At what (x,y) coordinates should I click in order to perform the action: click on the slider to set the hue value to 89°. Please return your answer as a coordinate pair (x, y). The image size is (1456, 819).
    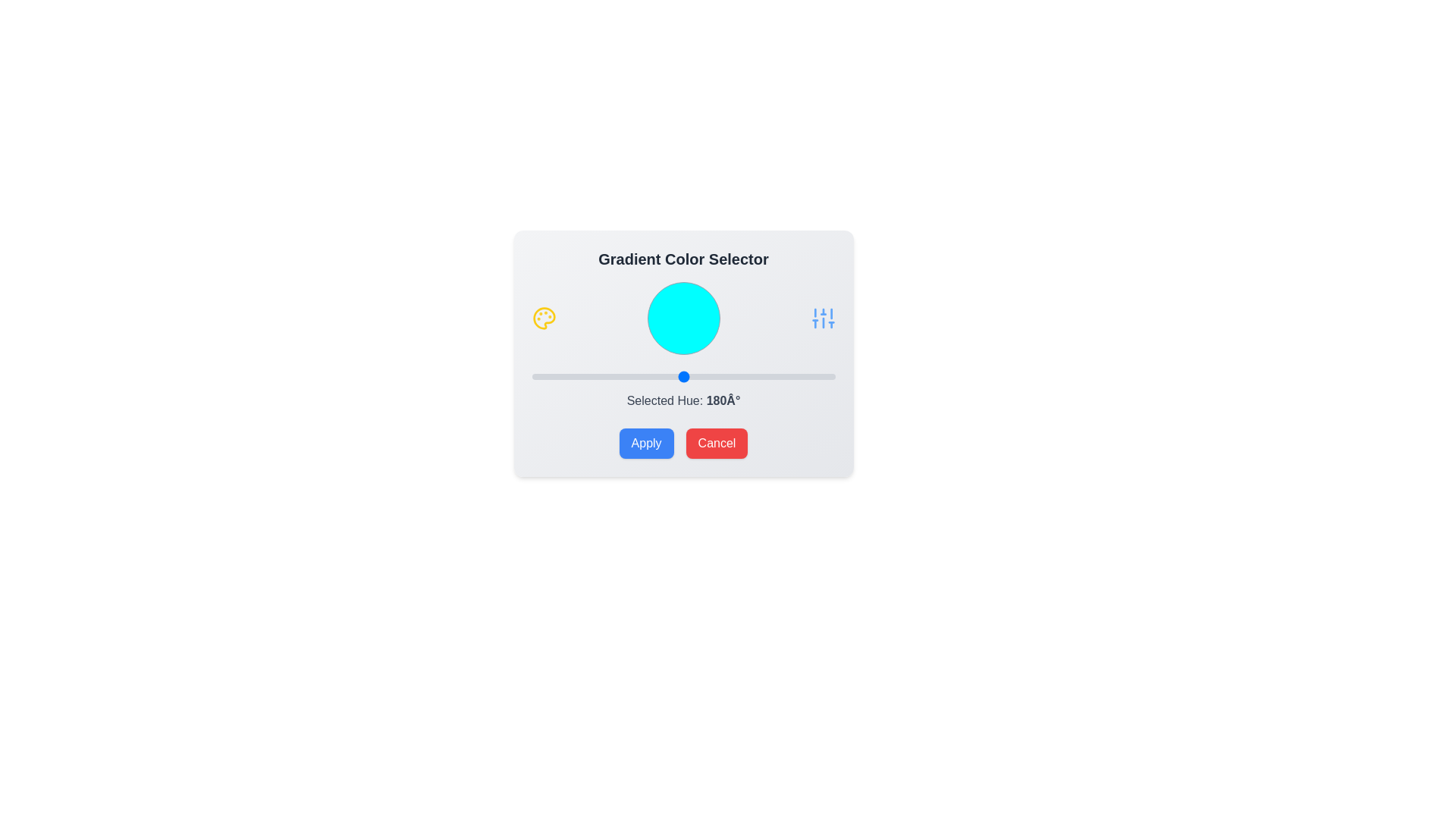
    Looking at the image, I should click on (607, 376).